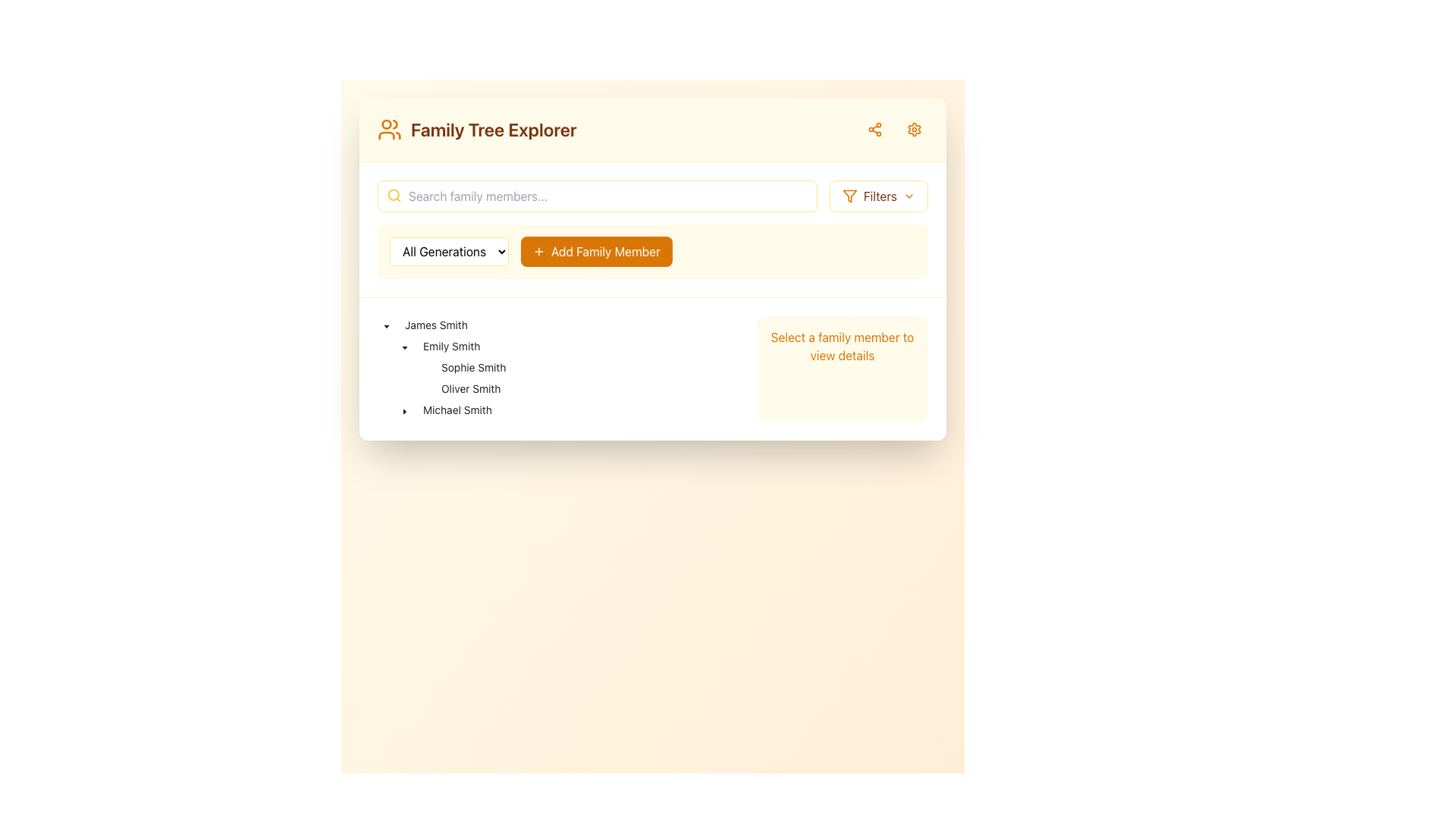 This screenshot has width=1456, height=819. What do you see at coordinates (849, 195) in the screenshot?
I see `the funnel-shaped icon in the 'Filters' button located in the top-right corner of the main section` at bounding box center [849, 195].